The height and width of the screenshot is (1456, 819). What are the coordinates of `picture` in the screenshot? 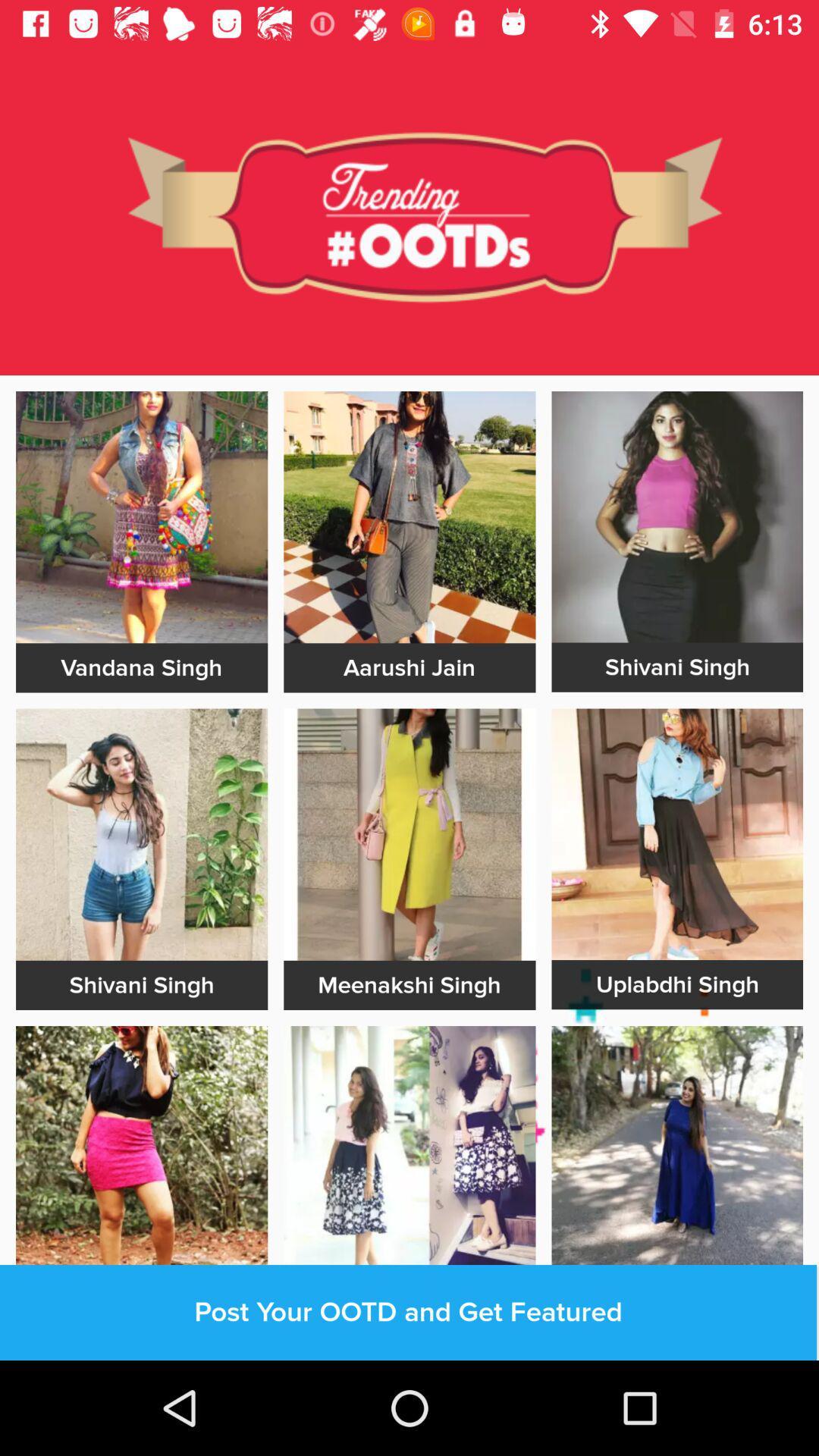 It's located at (142, 833).